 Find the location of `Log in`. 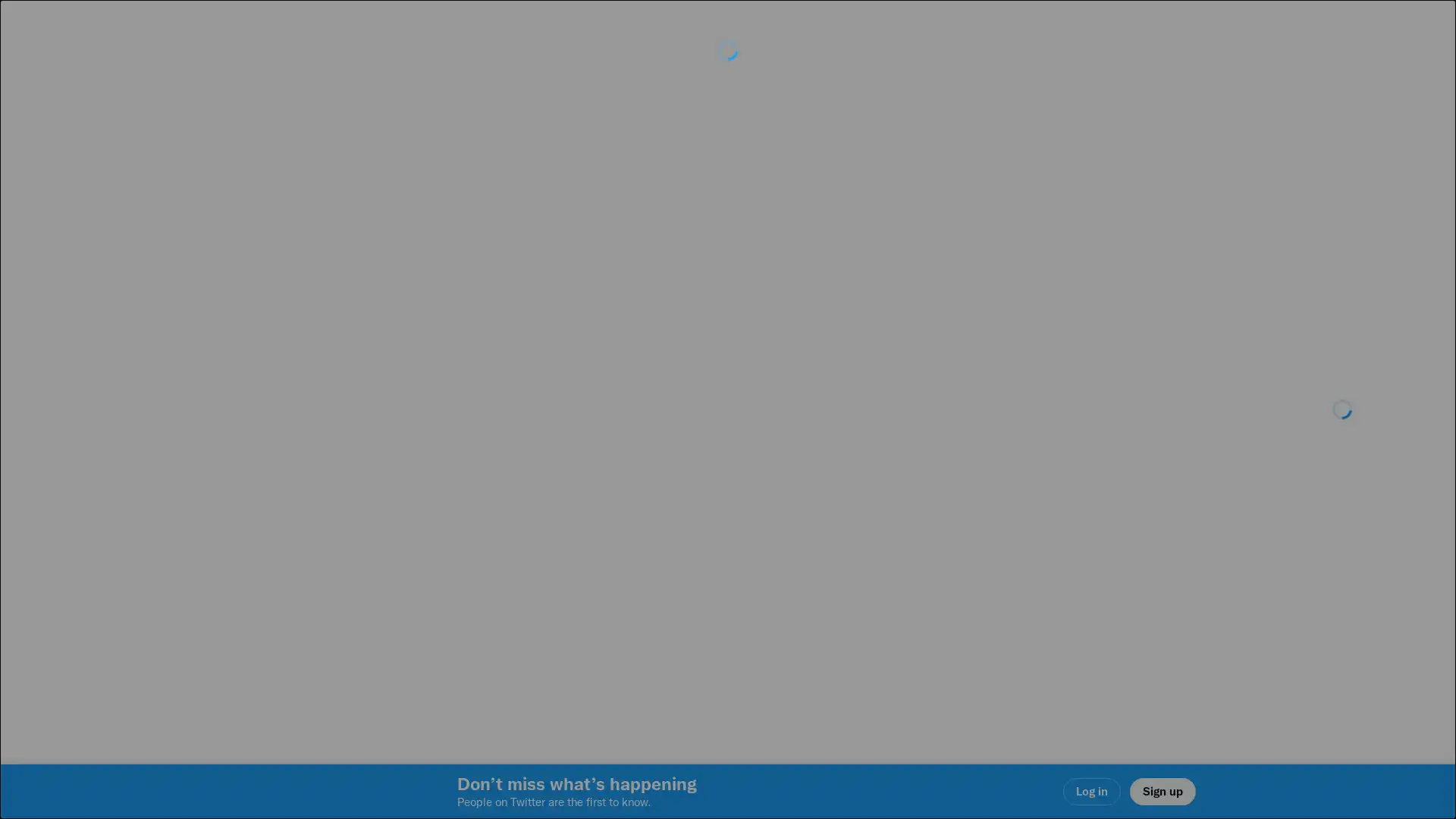

Log in is located at coordinates (910, 516).